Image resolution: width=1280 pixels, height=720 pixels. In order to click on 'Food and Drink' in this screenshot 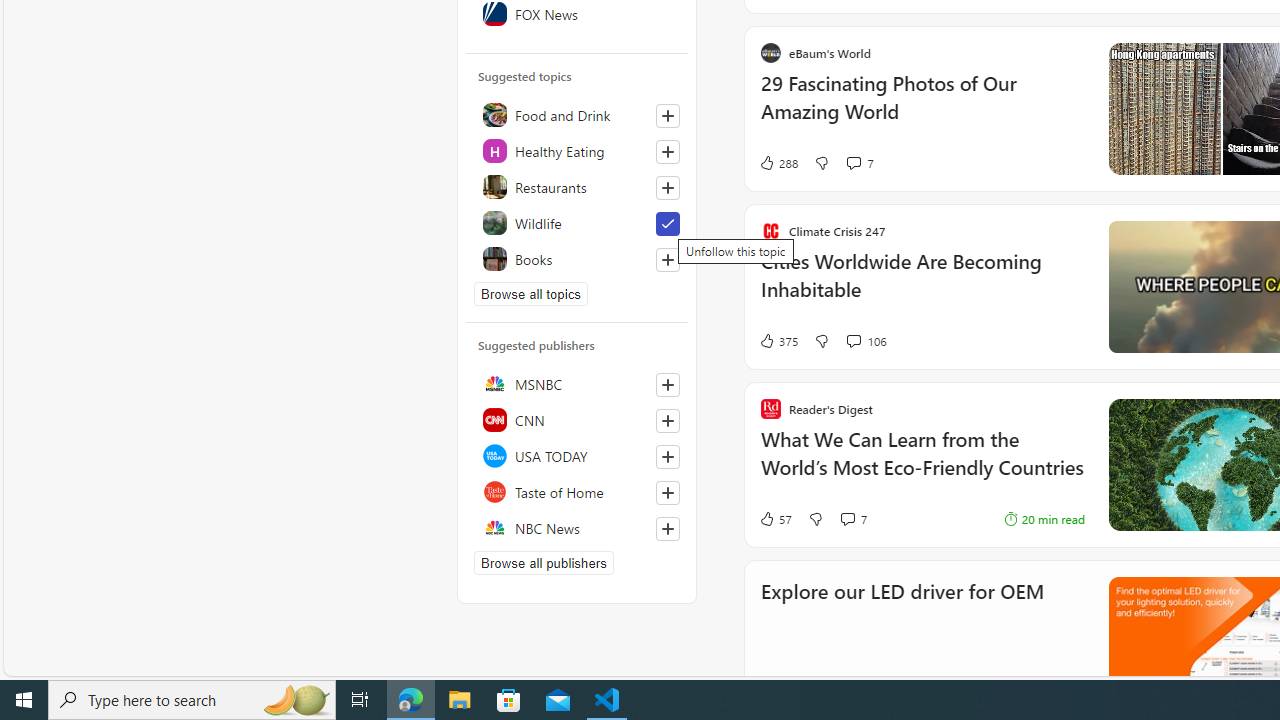, I will do `click(576, 114)`.